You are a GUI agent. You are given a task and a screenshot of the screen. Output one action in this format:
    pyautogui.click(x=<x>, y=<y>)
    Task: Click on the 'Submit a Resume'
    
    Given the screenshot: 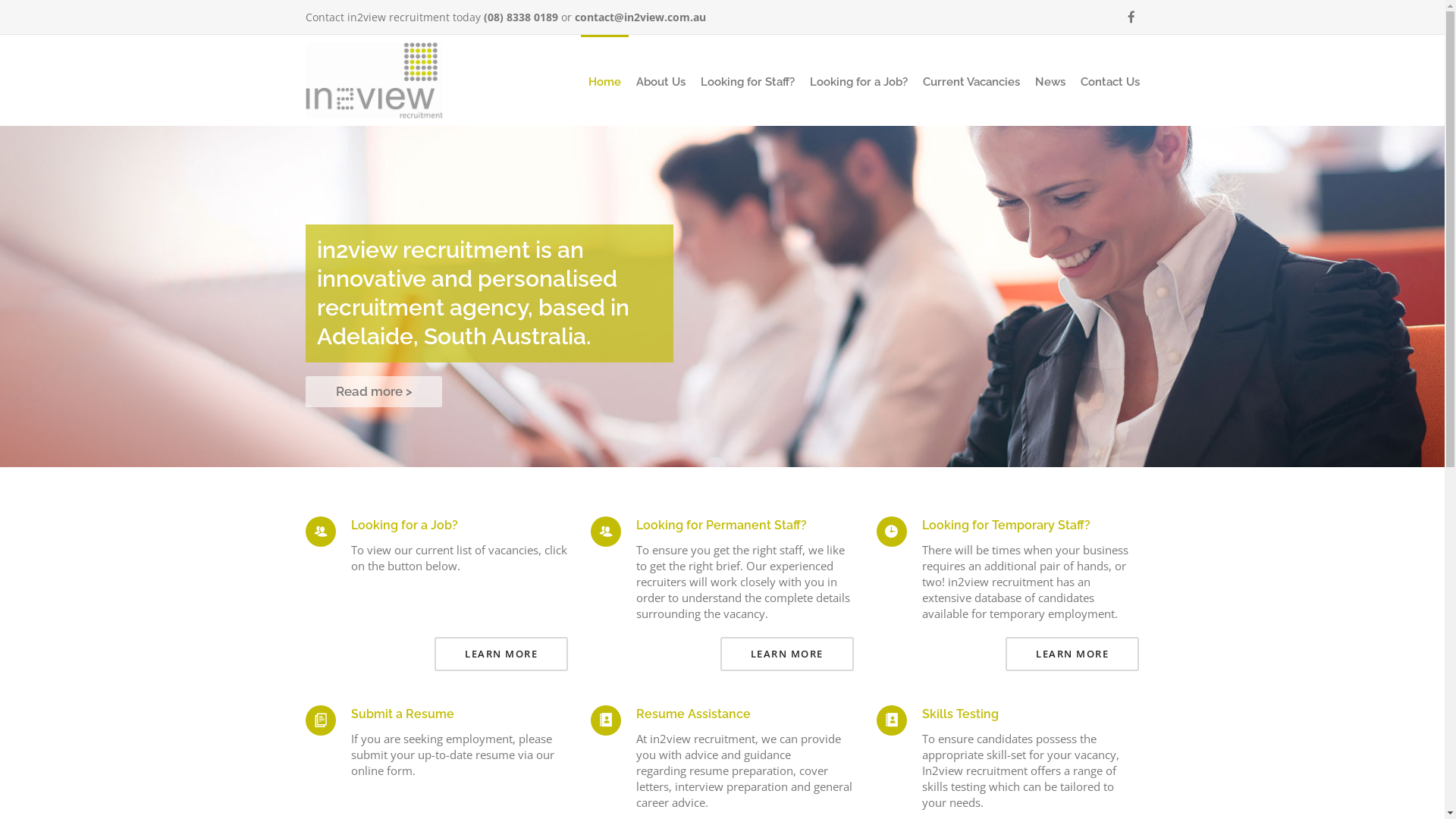 What is the action you would take?
    pyautogui.click(x=401, y=714)
    